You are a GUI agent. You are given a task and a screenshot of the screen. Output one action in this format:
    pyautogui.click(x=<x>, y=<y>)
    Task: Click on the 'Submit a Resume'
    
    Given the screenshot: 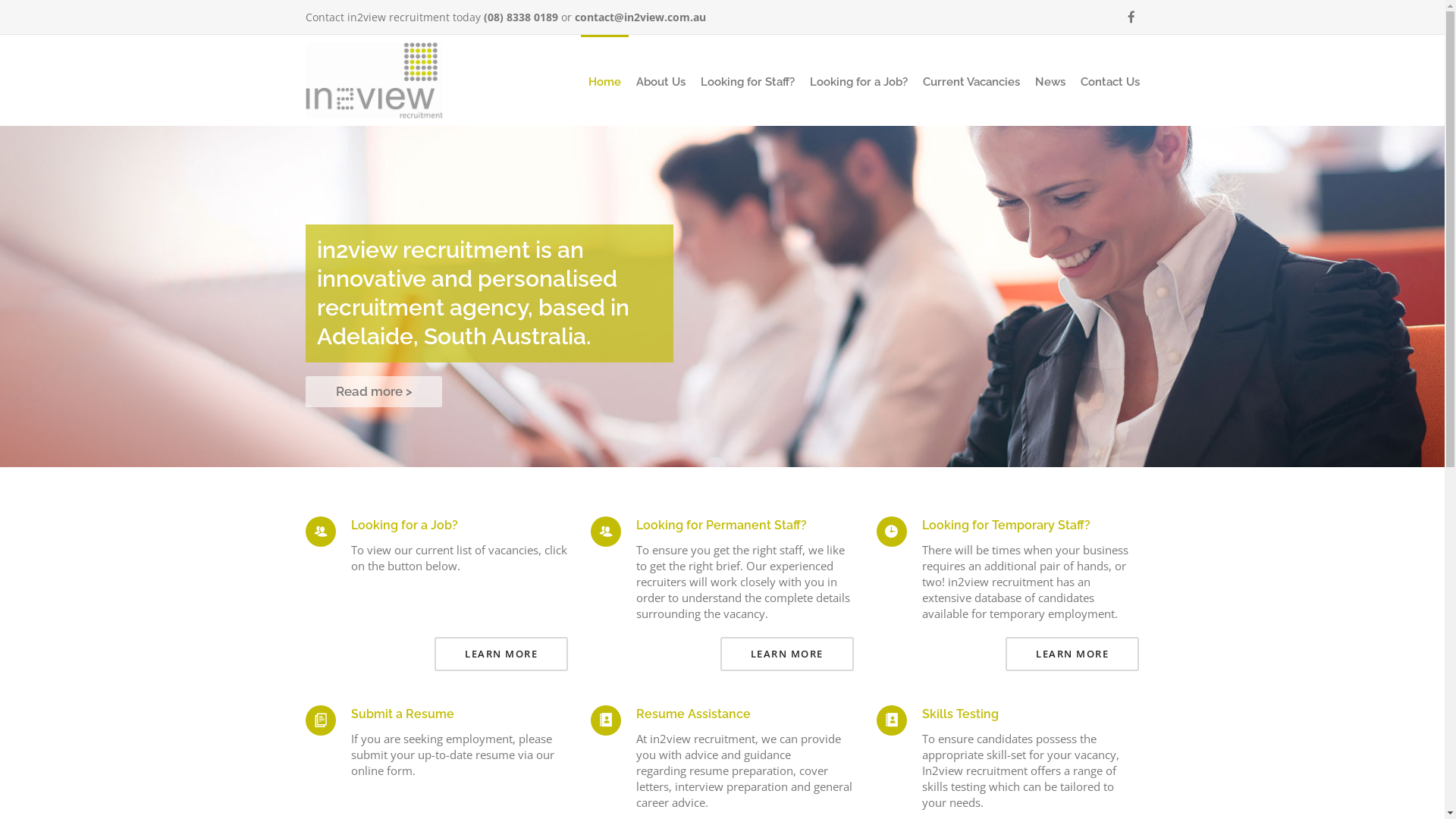 What is the action you would take?
    pyautogui.click(x=401, y=714)
    